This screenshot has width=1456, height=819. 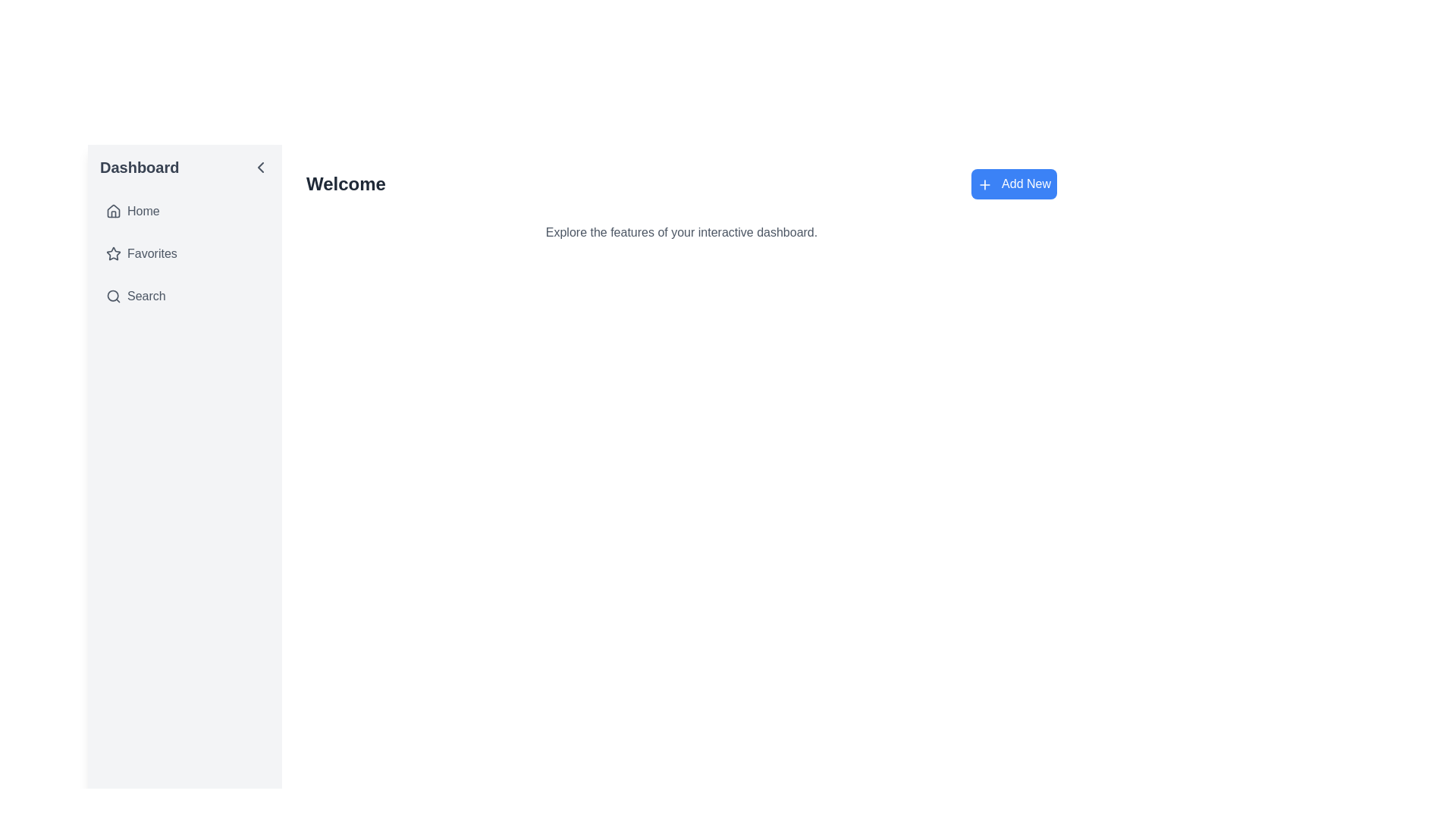 What do you see at coordinates (184, 253) in the screenshot?
I see `the 'Favorites' navigation item in the vertical menu` at bounding box center [184, 253].